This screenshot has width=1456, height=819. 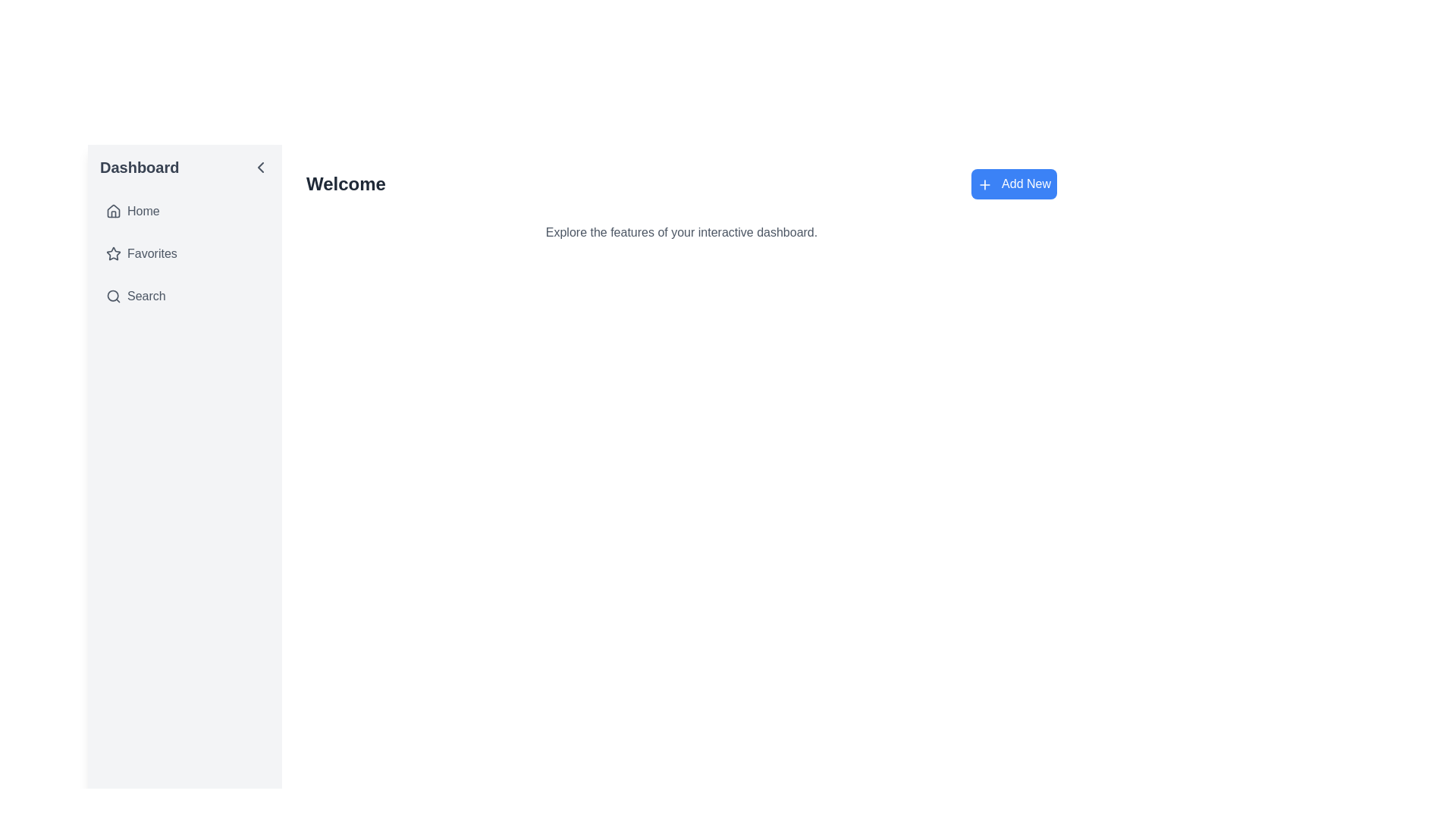 What do you see at coordinates (184, 253) in the screenshot?
I see `the 'Favorites' navigation item in the vertical menu` at bounding box center [184, 253].